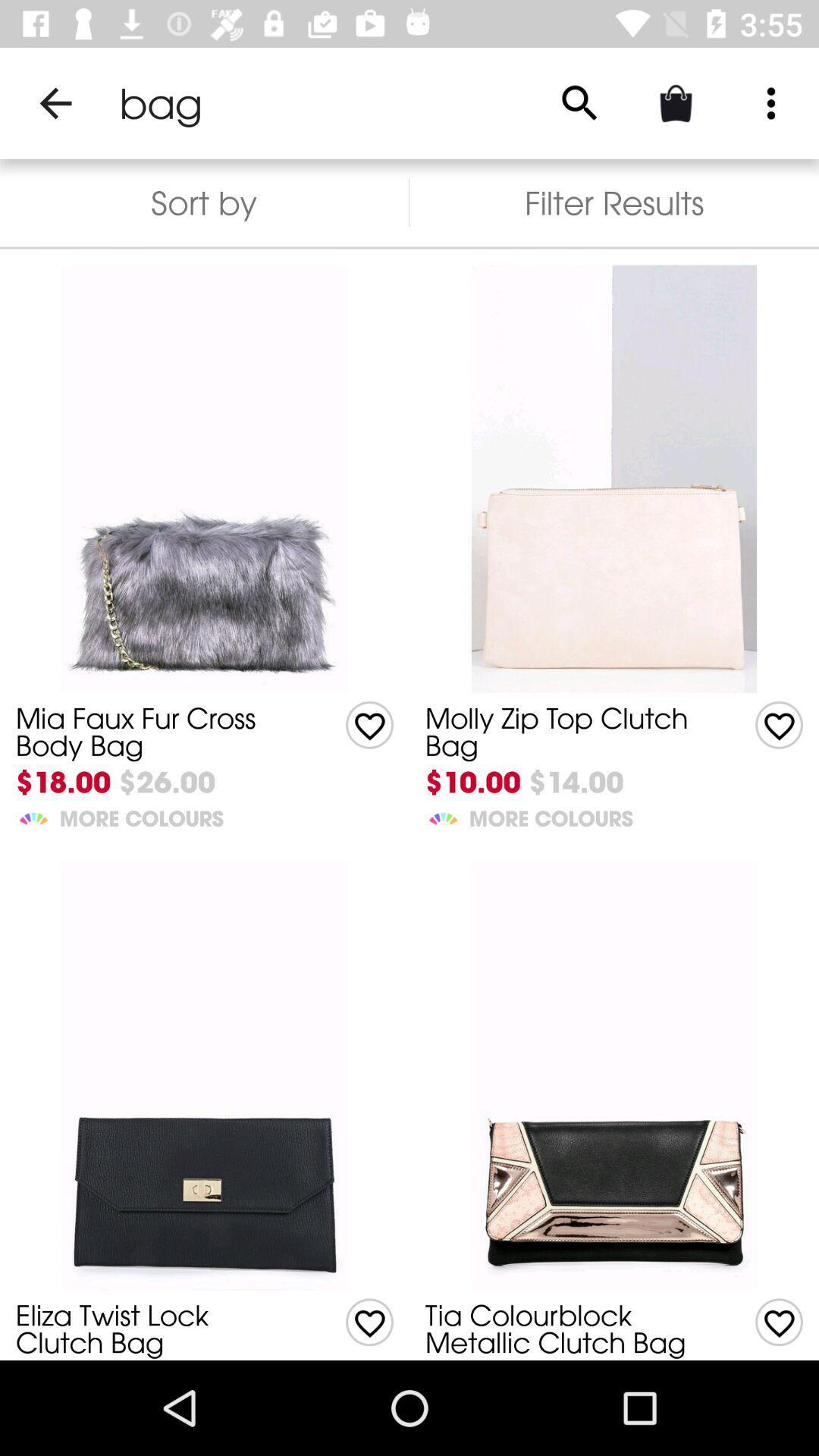 The image size is (819, 1456). I want to click on save, so click(369, 1321).